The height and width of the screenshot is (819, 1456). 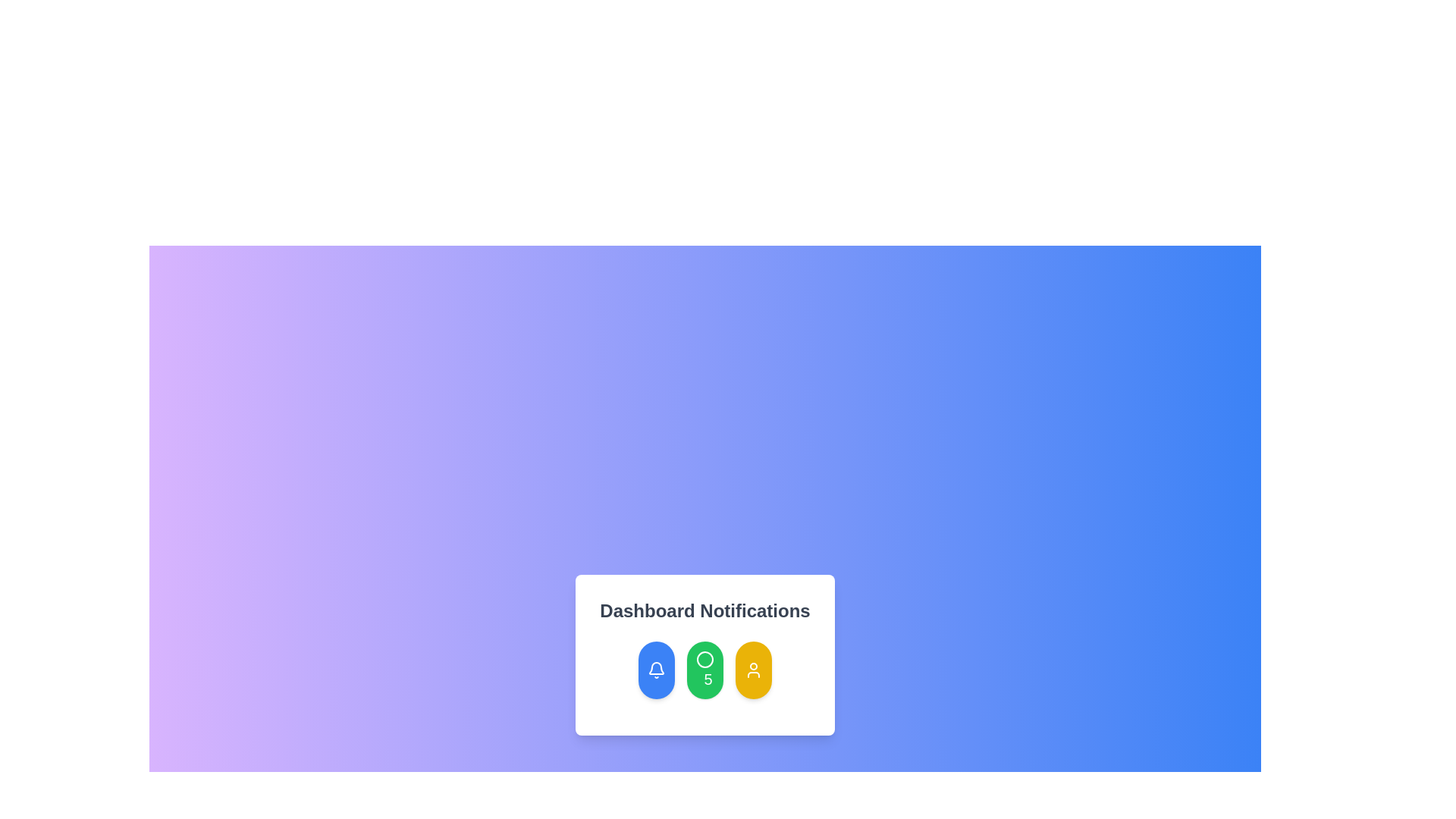 What do you see at coordinates (753, 669) in the screenshot?
I see `the user profile button, which is the third button from the left in a horizontal row beneath the 'Dashboard Notifications' label` at bounding box center [753, 669].